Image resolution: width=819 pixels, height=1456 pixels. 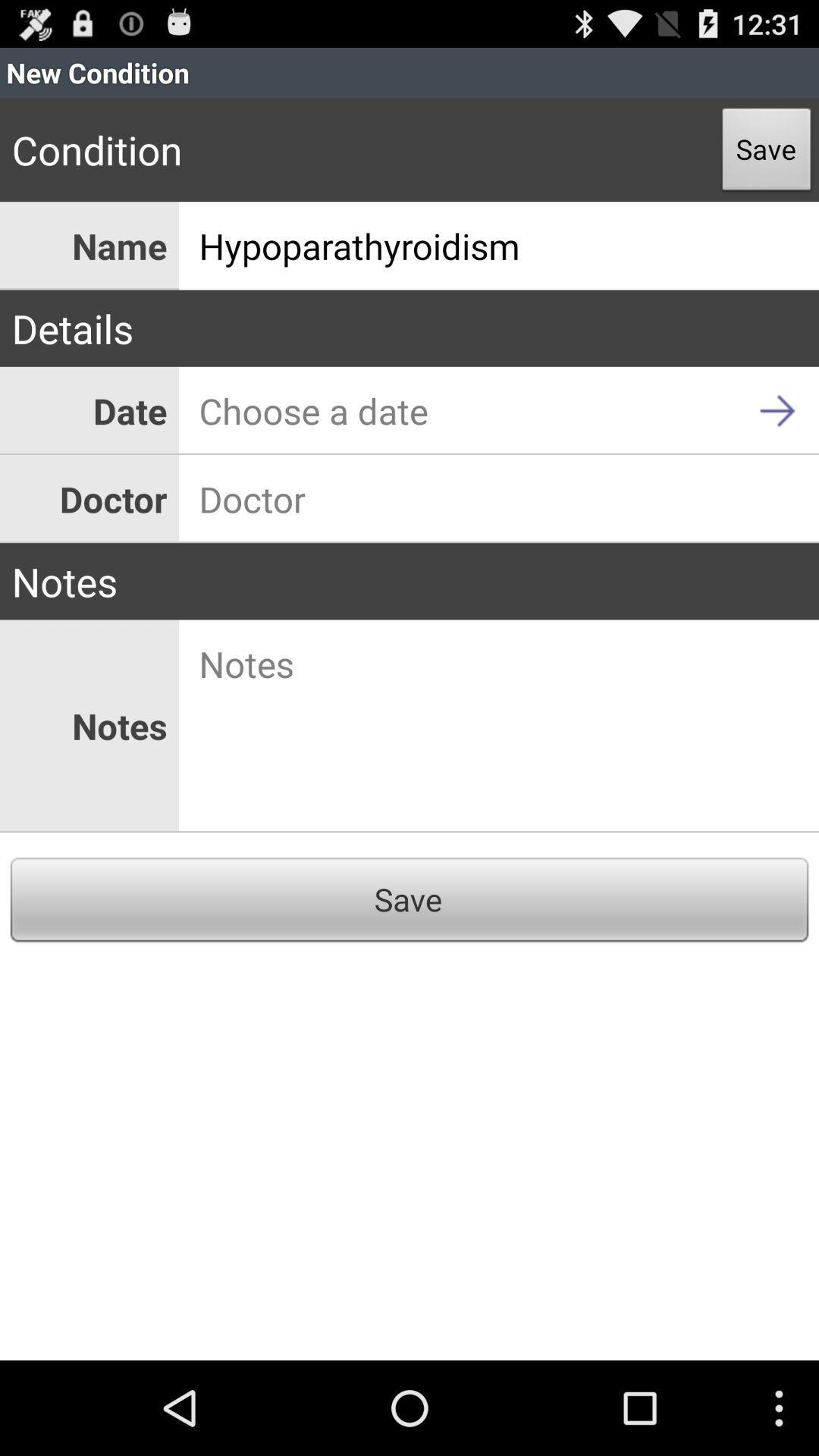 I want to click on icon below the details, so click(x=499, y=410).